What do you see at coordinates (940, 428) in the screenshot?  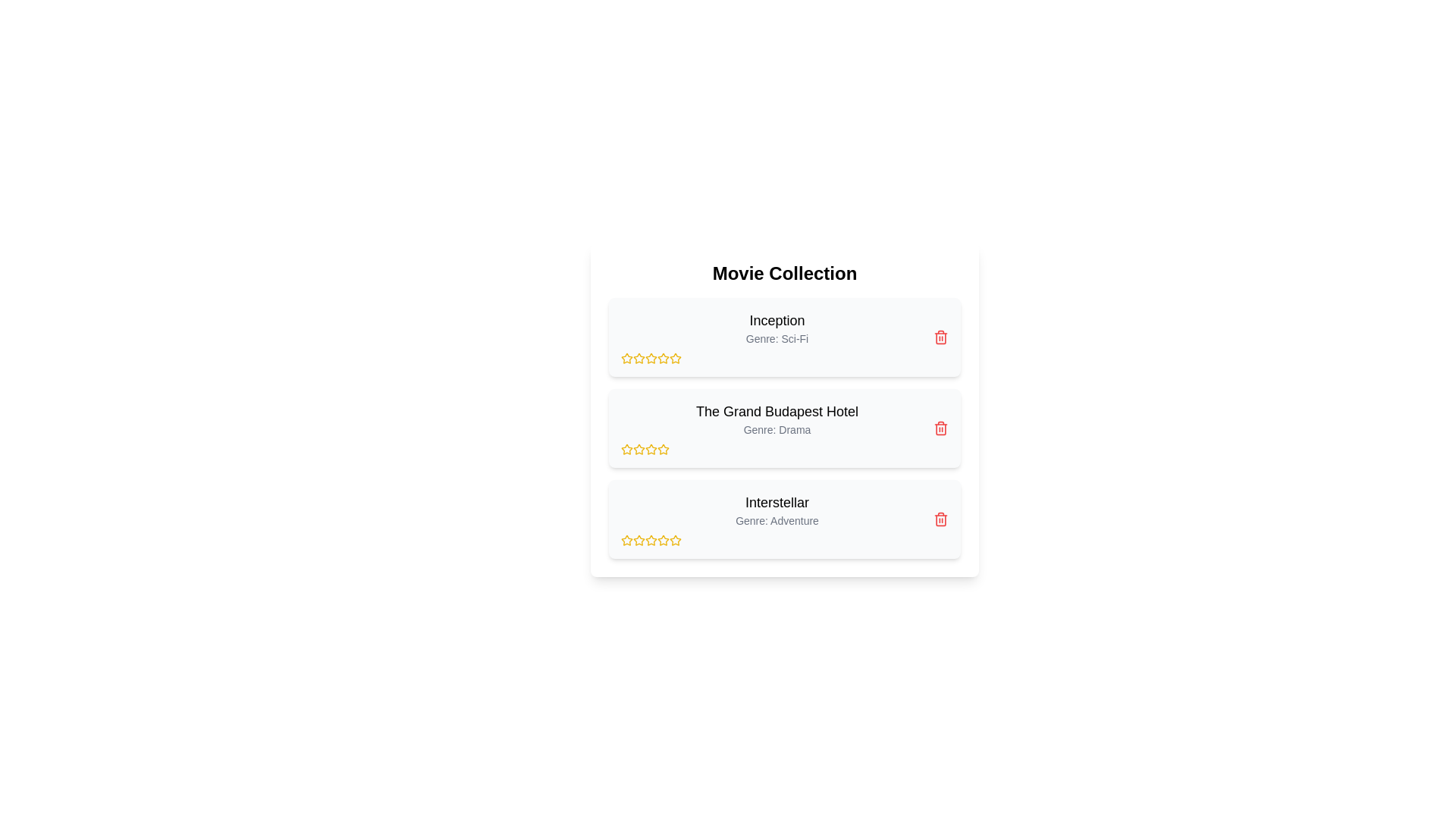 I see `delete icon for the movie titled The Grand Budapest Hotel` at bounding box center [940, 428].